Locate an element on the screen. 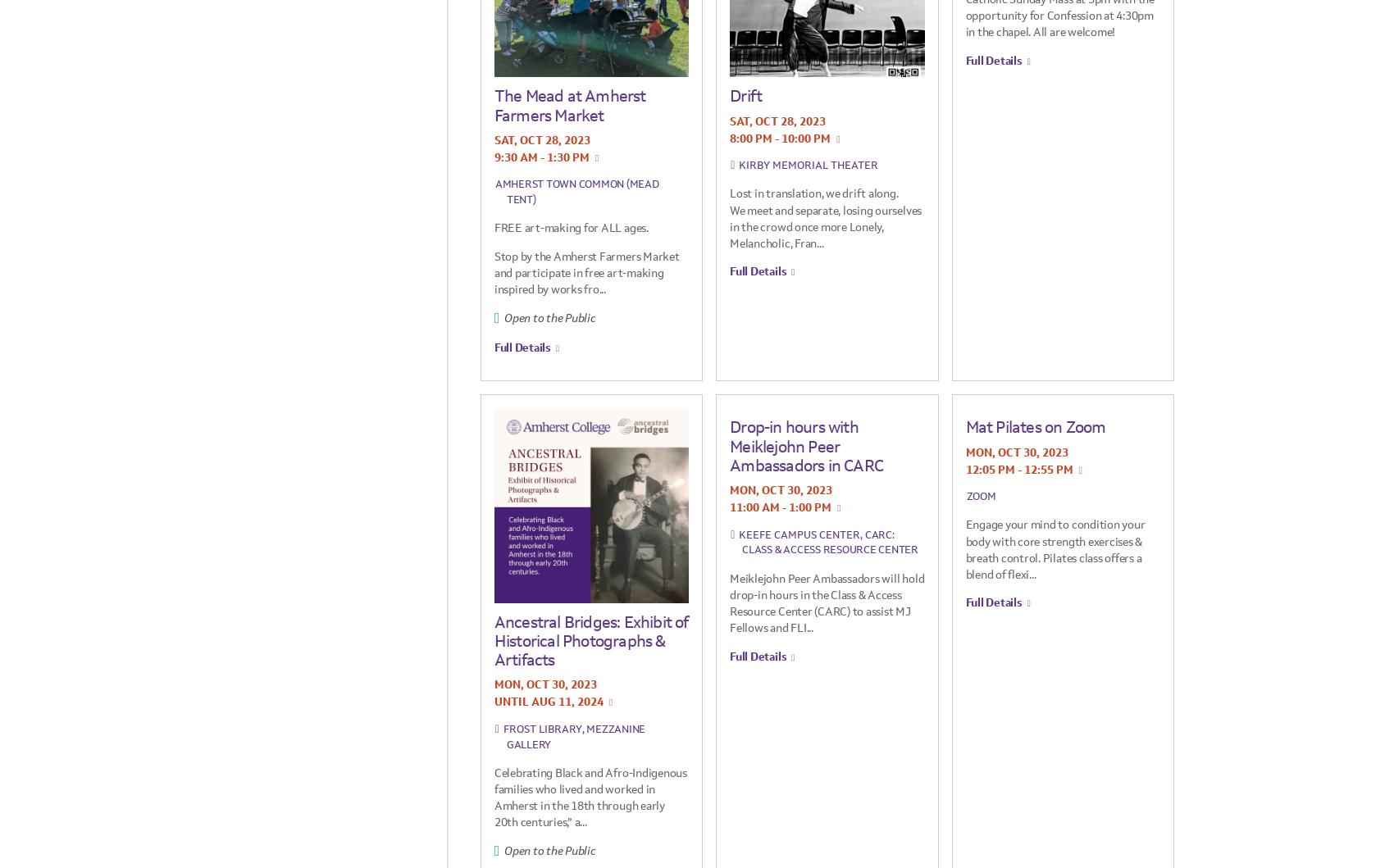  'Kirby Memorial Theater' is located at coordinates (807, 164).